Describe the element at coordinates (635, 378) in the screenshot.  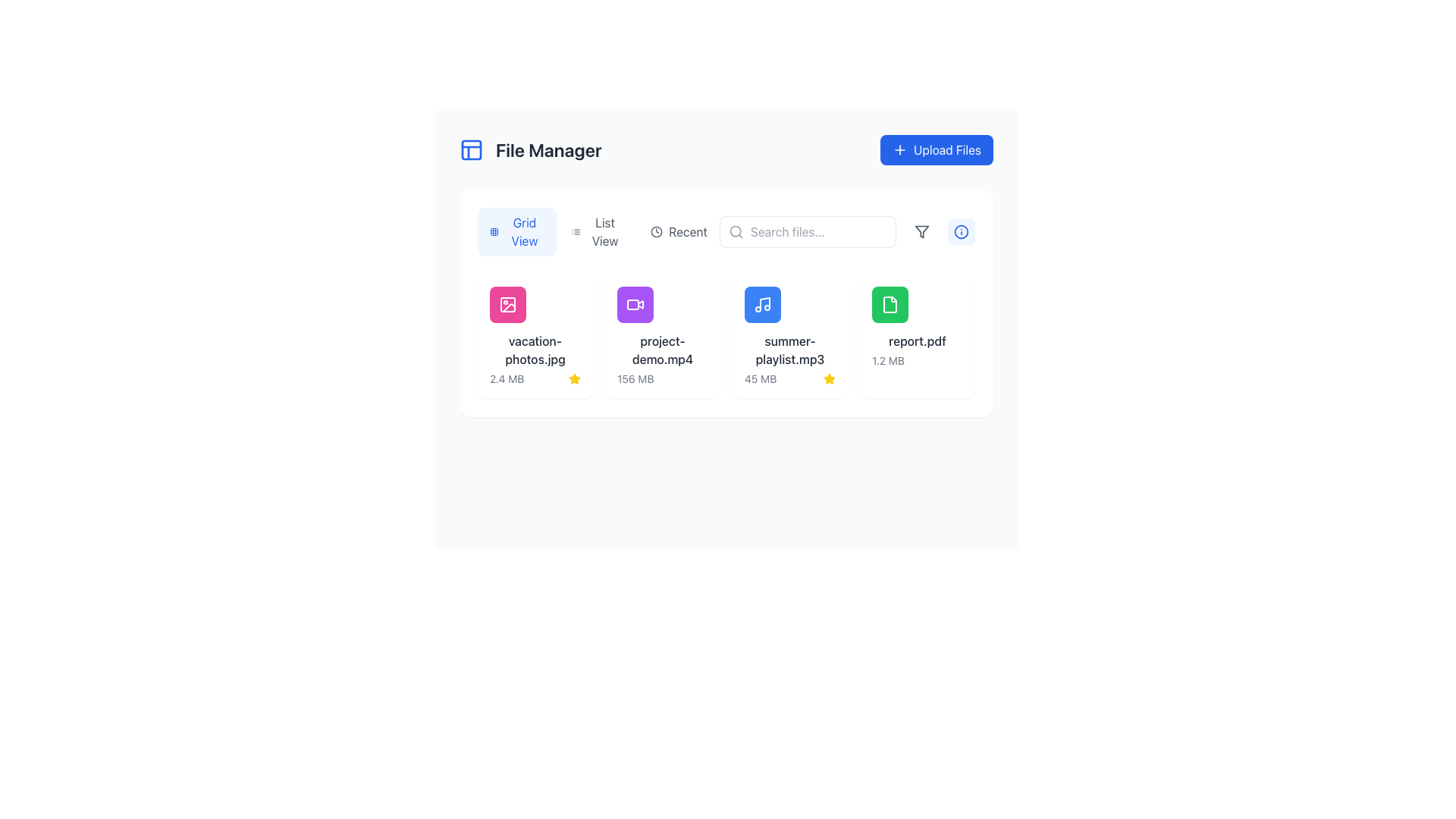
I see `the text label displaying '156 MB' which indicates the file size below the file card labeled 'project-demo.mp4' in the grid layout` at that location.